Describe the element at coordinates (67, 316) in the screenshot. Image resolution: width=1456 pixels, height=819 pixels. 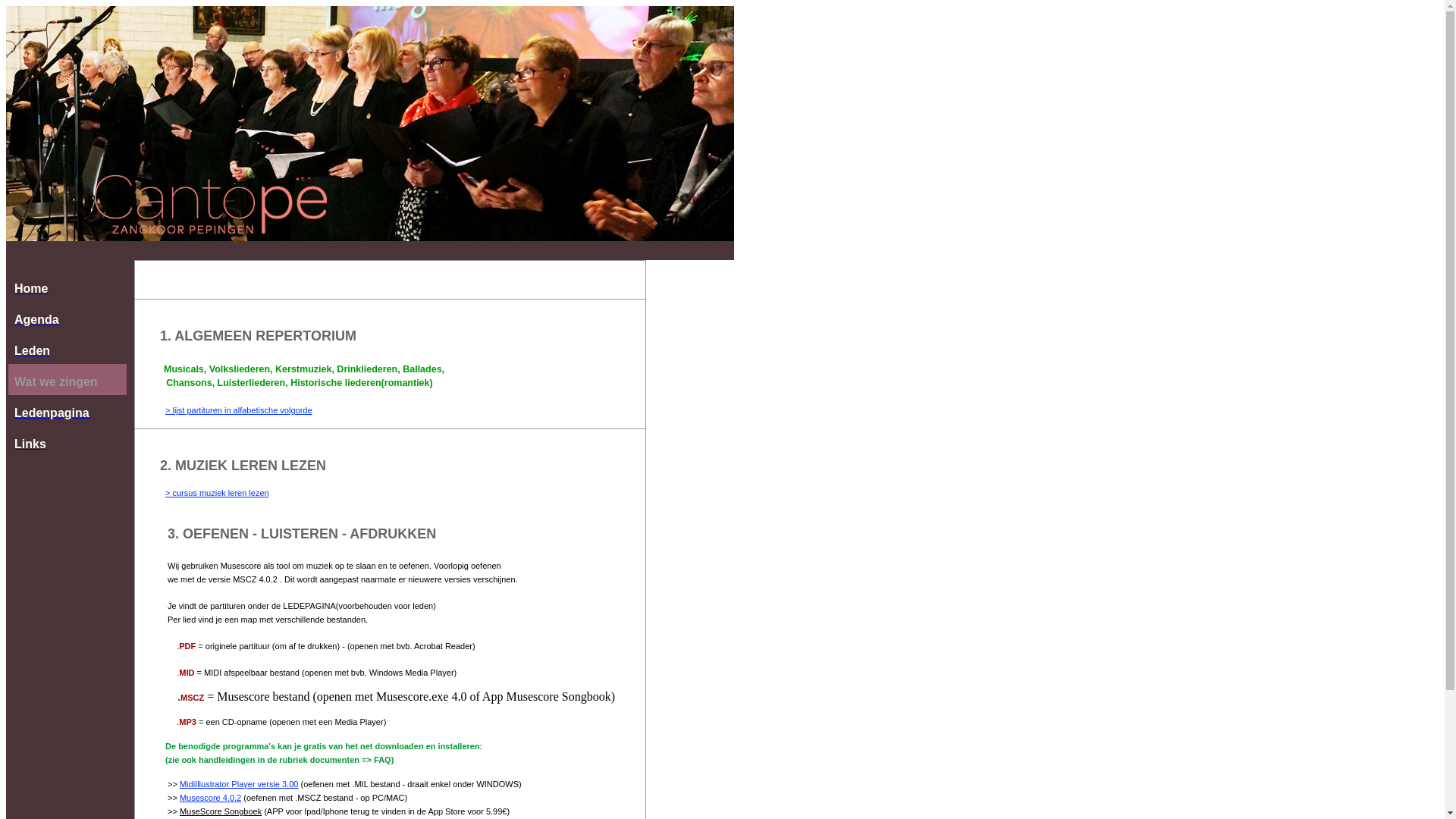
I see `'Agenda'` at that location.